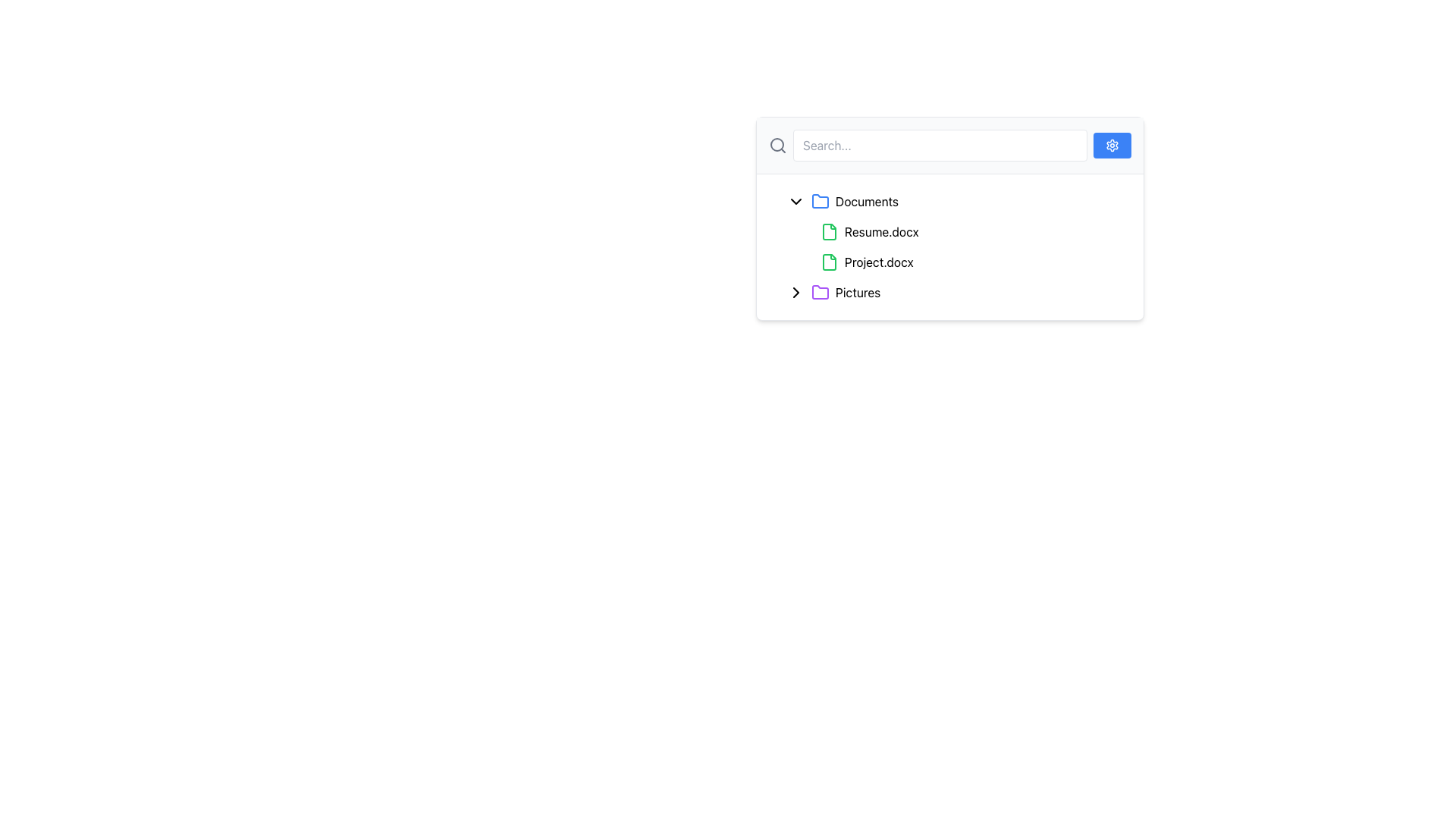 The height and width of the screenshot is (819, 1456). What do you see at coordinates (879, 262) in the screenshot?
I see `the document name label located directly to the right of the green file icon in the 'Documents' section` at bounding box center [879, 262].